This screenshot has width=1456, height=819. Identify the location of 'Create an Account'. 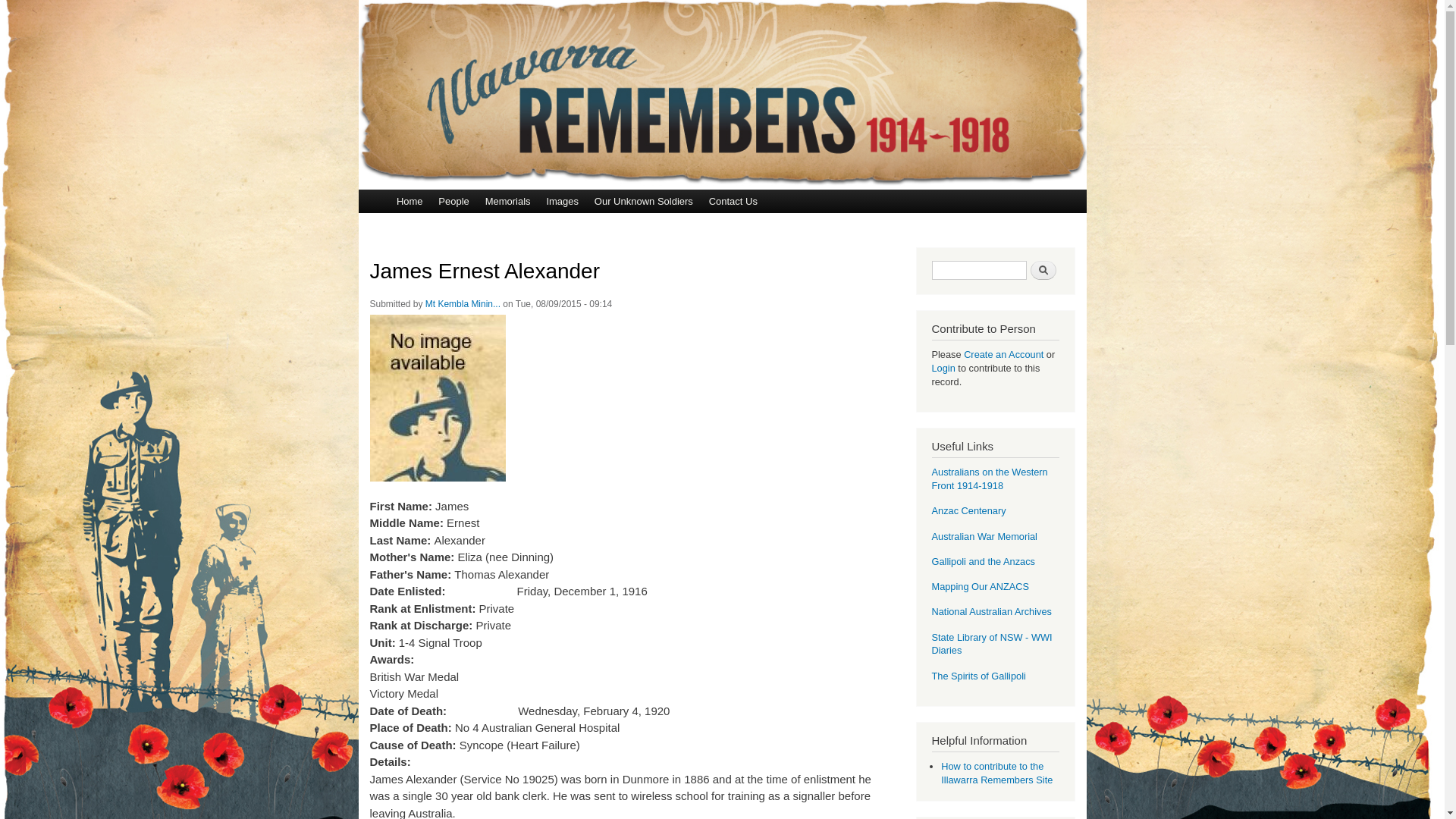
(1003, 354).